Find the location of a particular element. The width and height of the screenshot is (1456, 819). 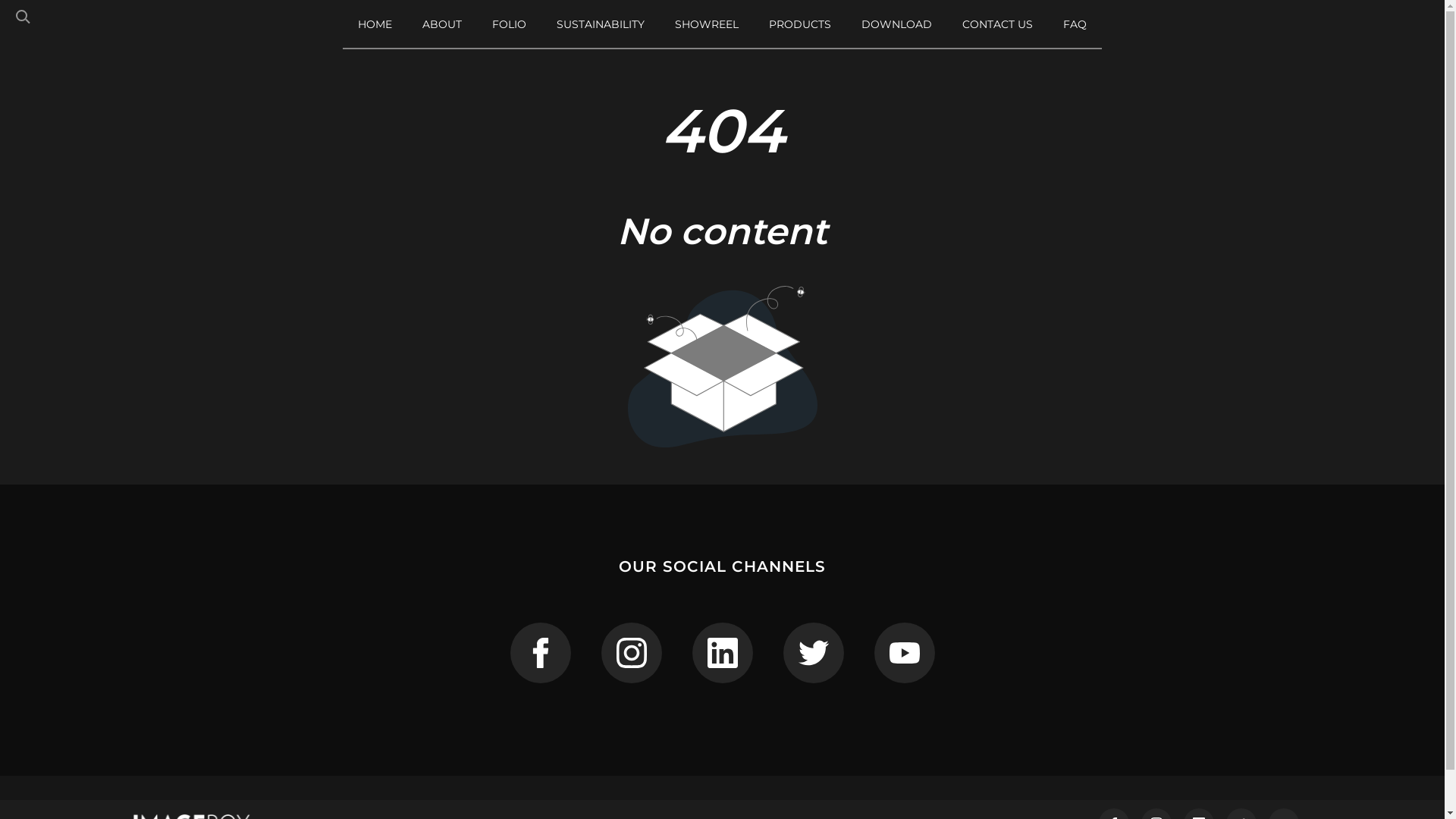

'PRODUCTS' is located at coordinates (799, 24).